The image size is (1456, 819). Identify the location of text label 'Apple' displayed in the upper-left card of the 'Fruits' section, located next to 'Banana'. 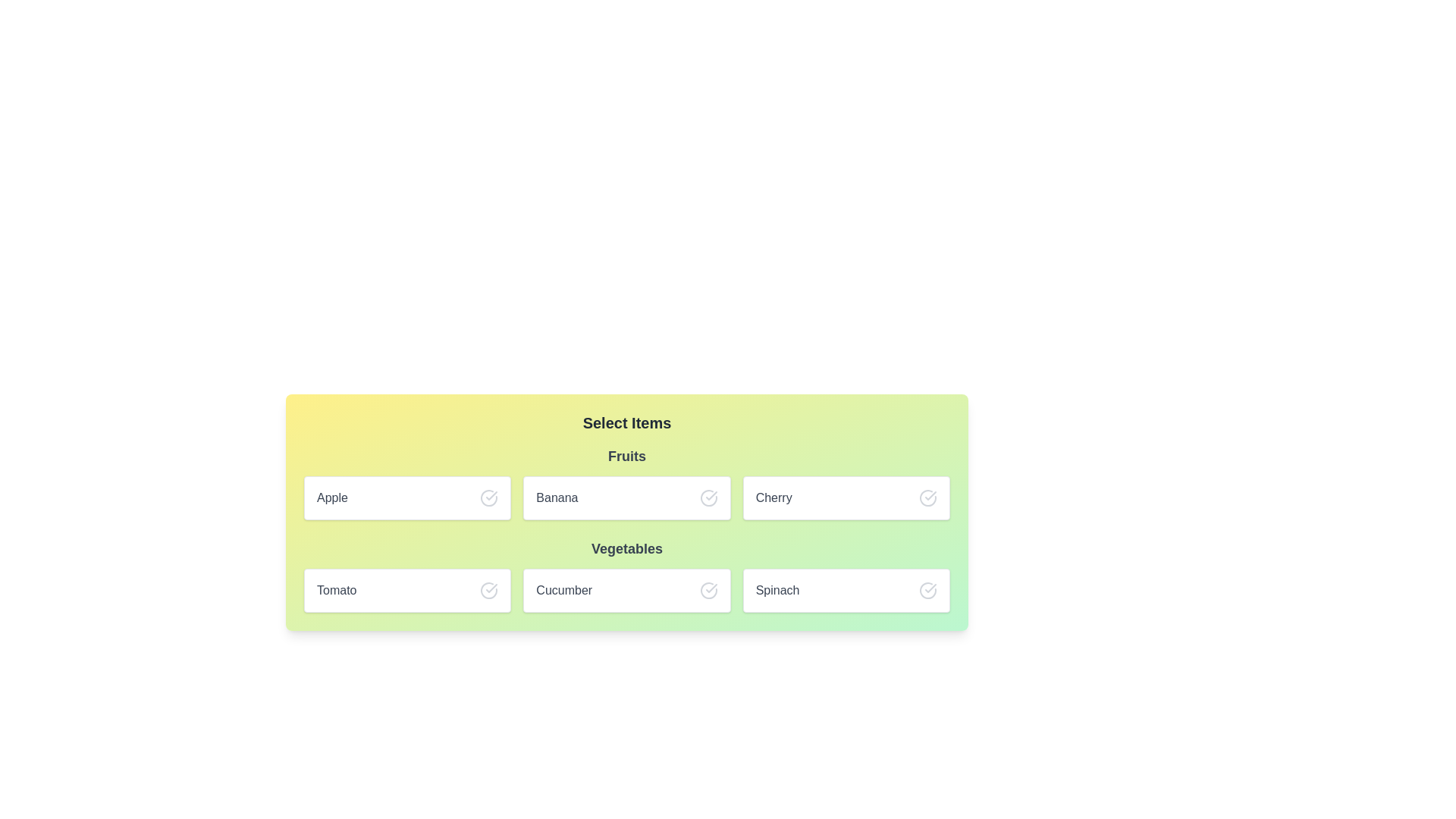
(331, 497).